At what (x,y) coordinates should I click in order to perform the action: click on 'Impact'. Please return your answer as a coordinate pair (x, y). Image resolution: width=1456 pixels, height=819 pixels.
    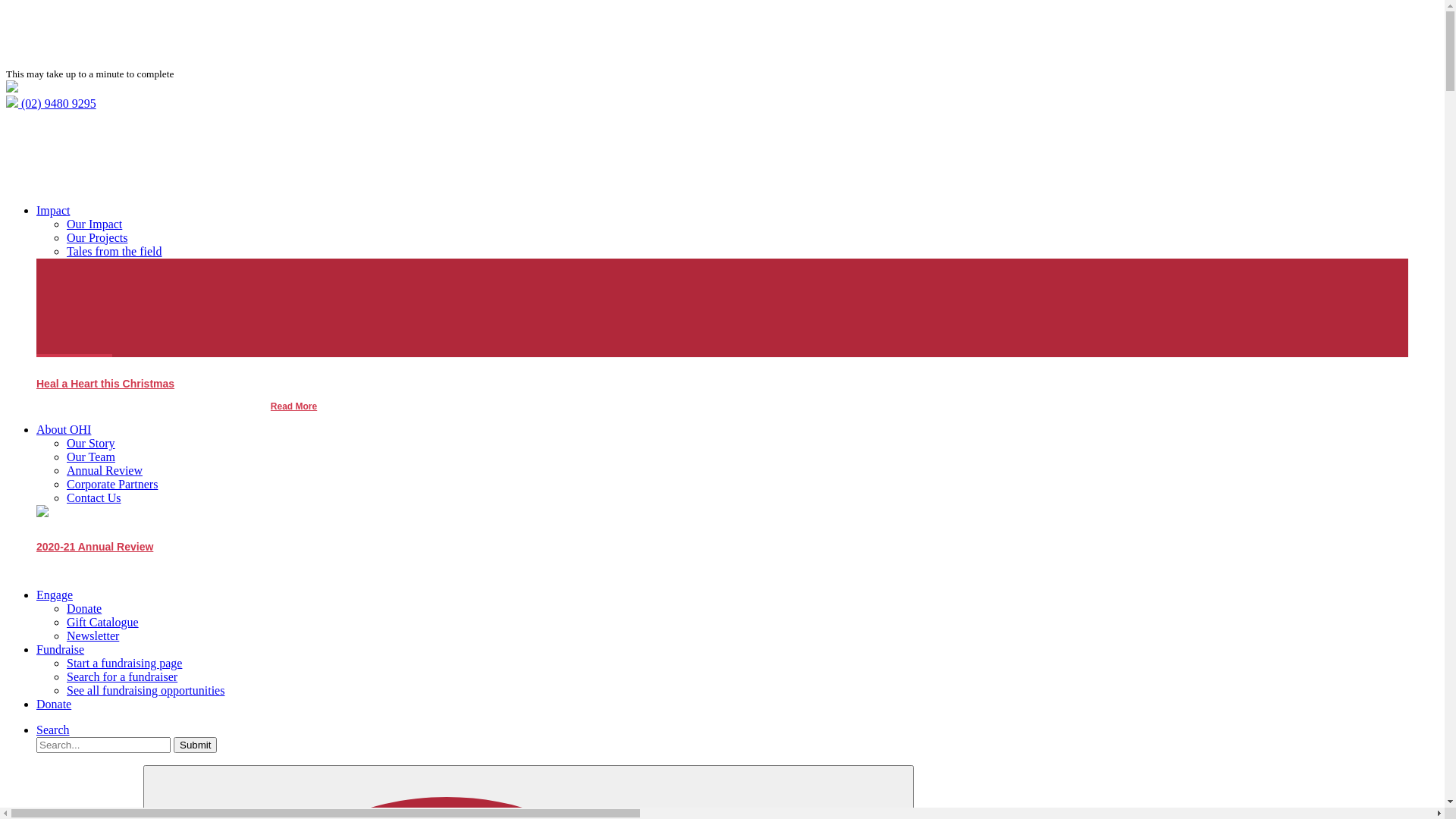
    Looking at the image, I should click on (53, 210).